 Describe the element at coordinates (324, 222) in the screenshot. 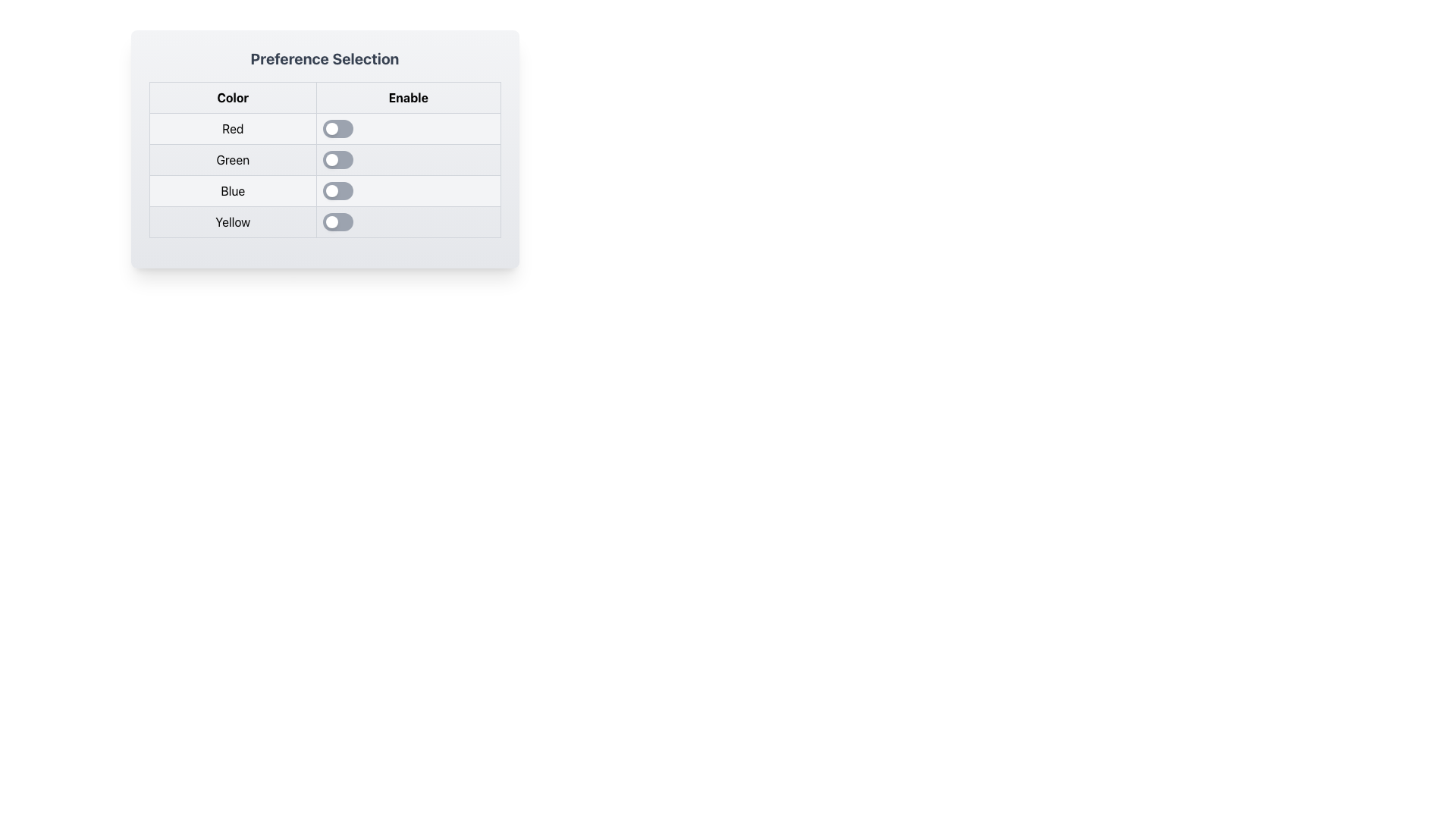

I see `the toggle switch for the 'Yellow' preference located in the fourth row of the 'Preference Selection' table` at that location.